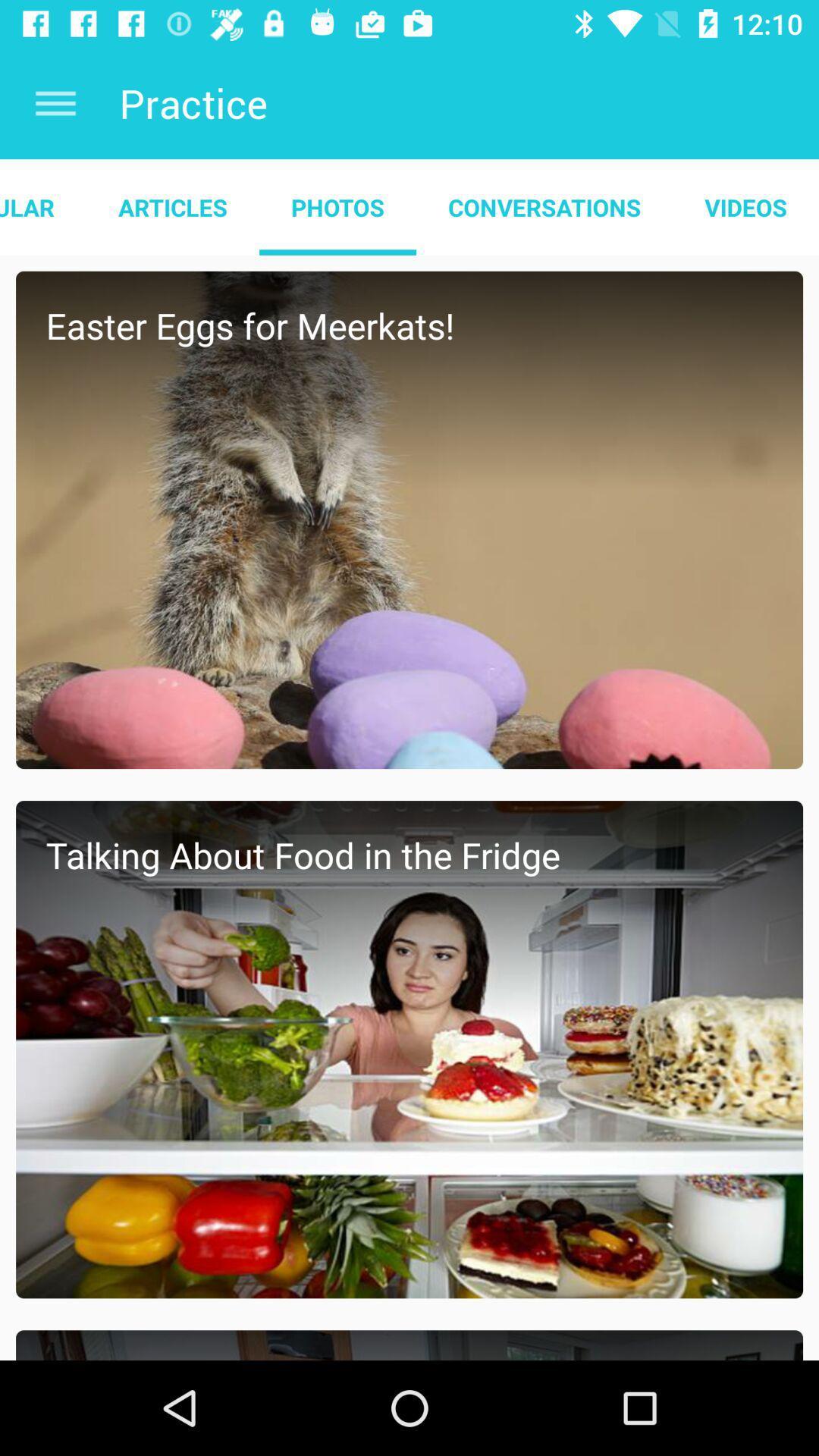 This screenshot has width=819, height=1456. What do you see at coordinates (171, 206) in the screenshot?
I see `the icon next to the photos icon` at bounding box center [171, 206].